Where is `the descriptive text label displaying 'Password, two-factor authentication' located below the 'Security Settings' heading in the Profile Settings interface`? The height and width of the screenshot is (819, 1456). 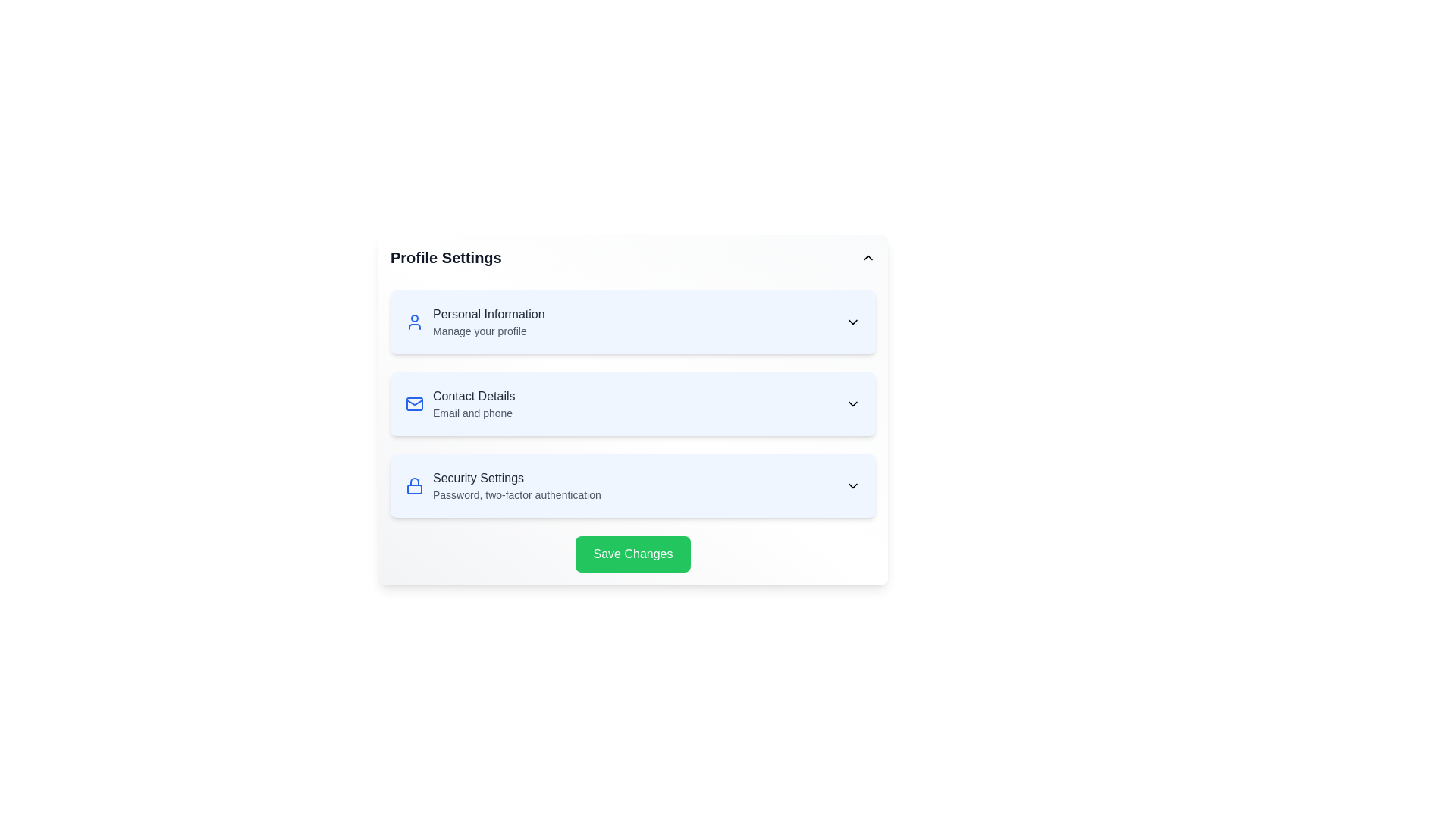
the descriptive text label displaying 'Password, two-factor authentication' located below the 'Security Settings' heading in the Profile Settings interface is located at coordinates (516, 494).